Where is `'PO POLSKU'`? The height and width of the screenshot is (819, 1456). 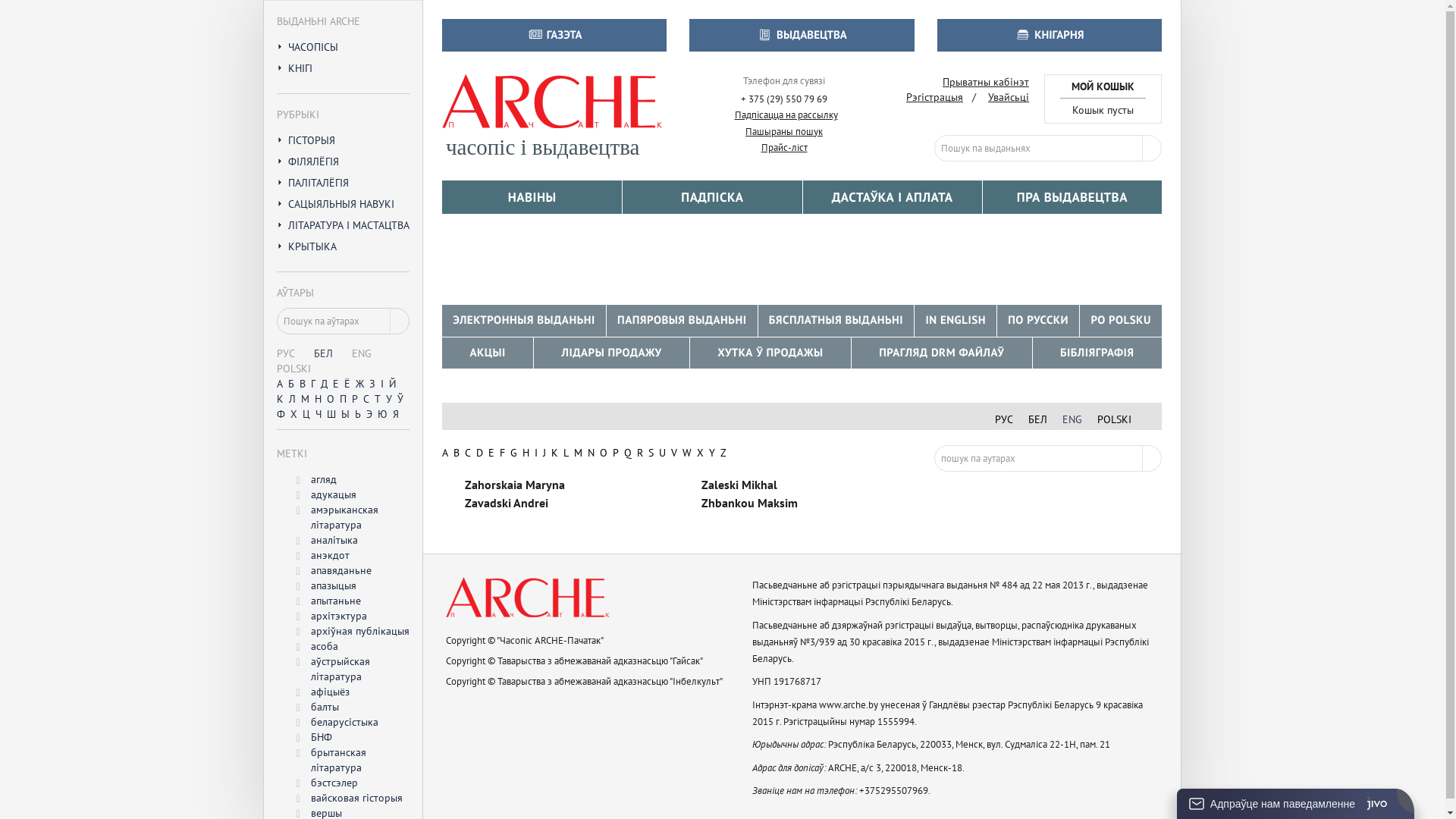 'PO POLSKU' is located at coordinates (1121, 319).